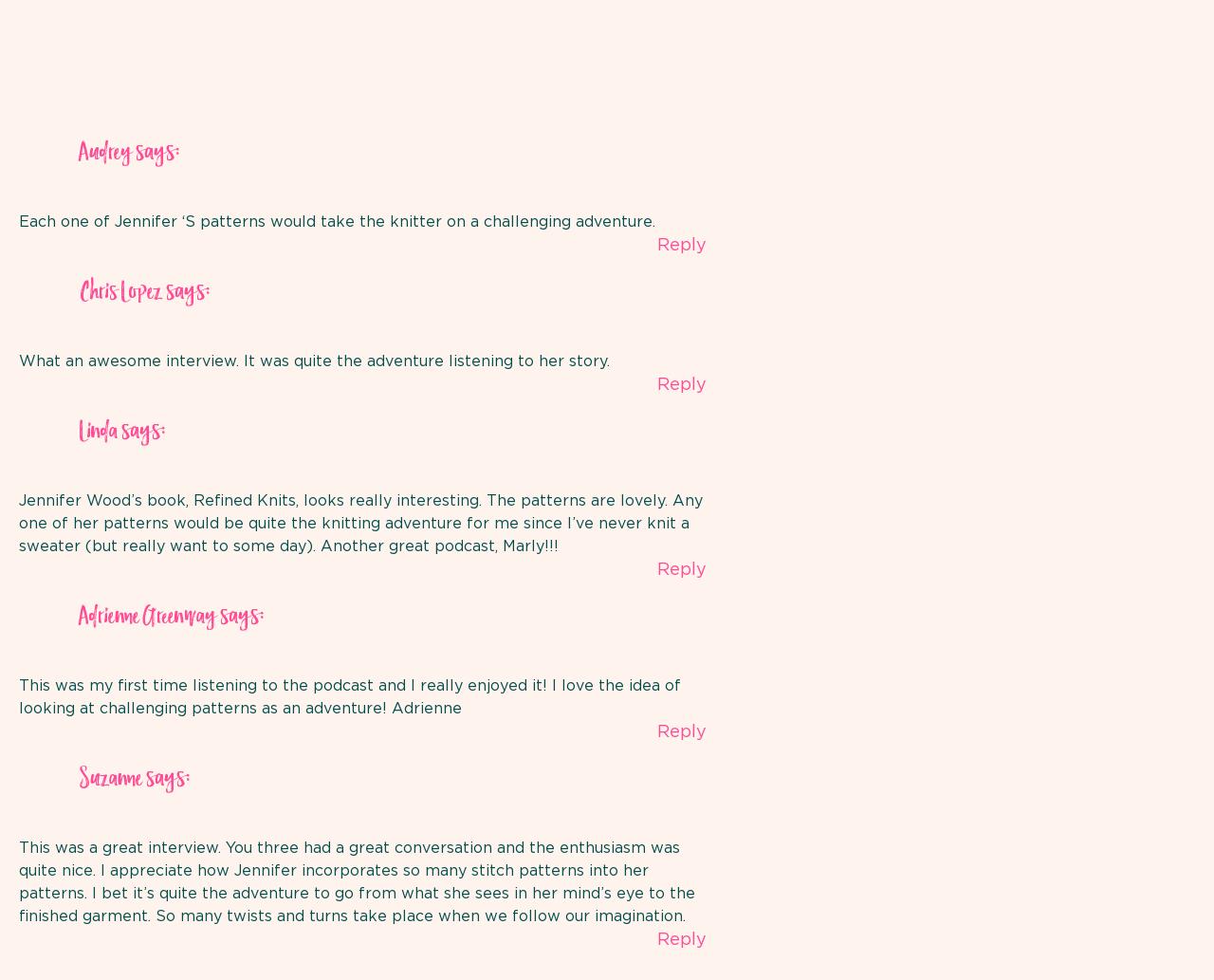 This screenshot has height=980, width=1214. What do you see at coordinates (337, 220) in the screenshot?
I see `'Each one of Jennifer ‘S patterns would take the knitter on a challenging adventure.'` at bounding box center [337, 220].